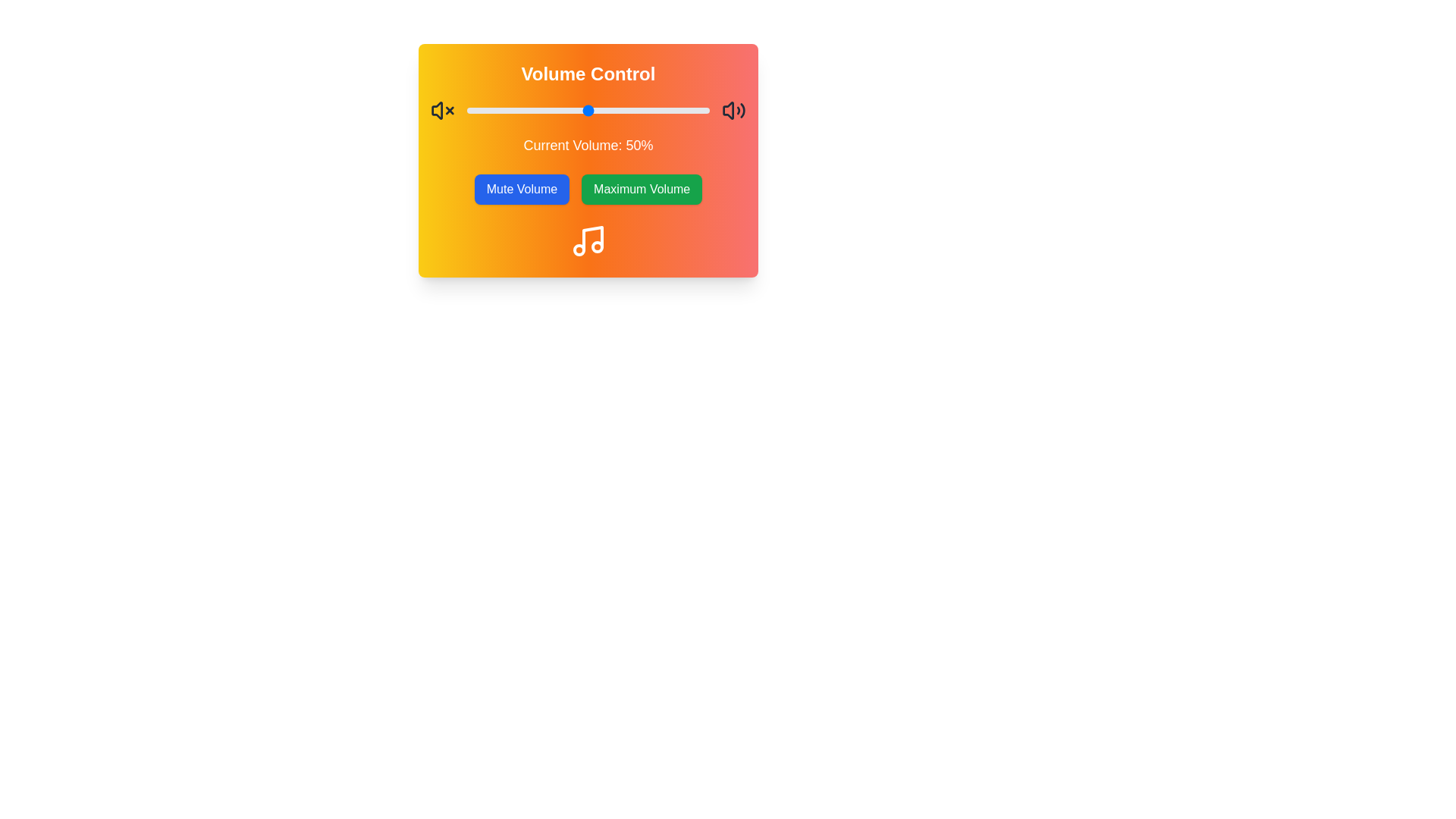  What do you see at coordinates (491, 110) in the screenshot?
I see `the volume slider to 10%` at bounding box center [491, 110].